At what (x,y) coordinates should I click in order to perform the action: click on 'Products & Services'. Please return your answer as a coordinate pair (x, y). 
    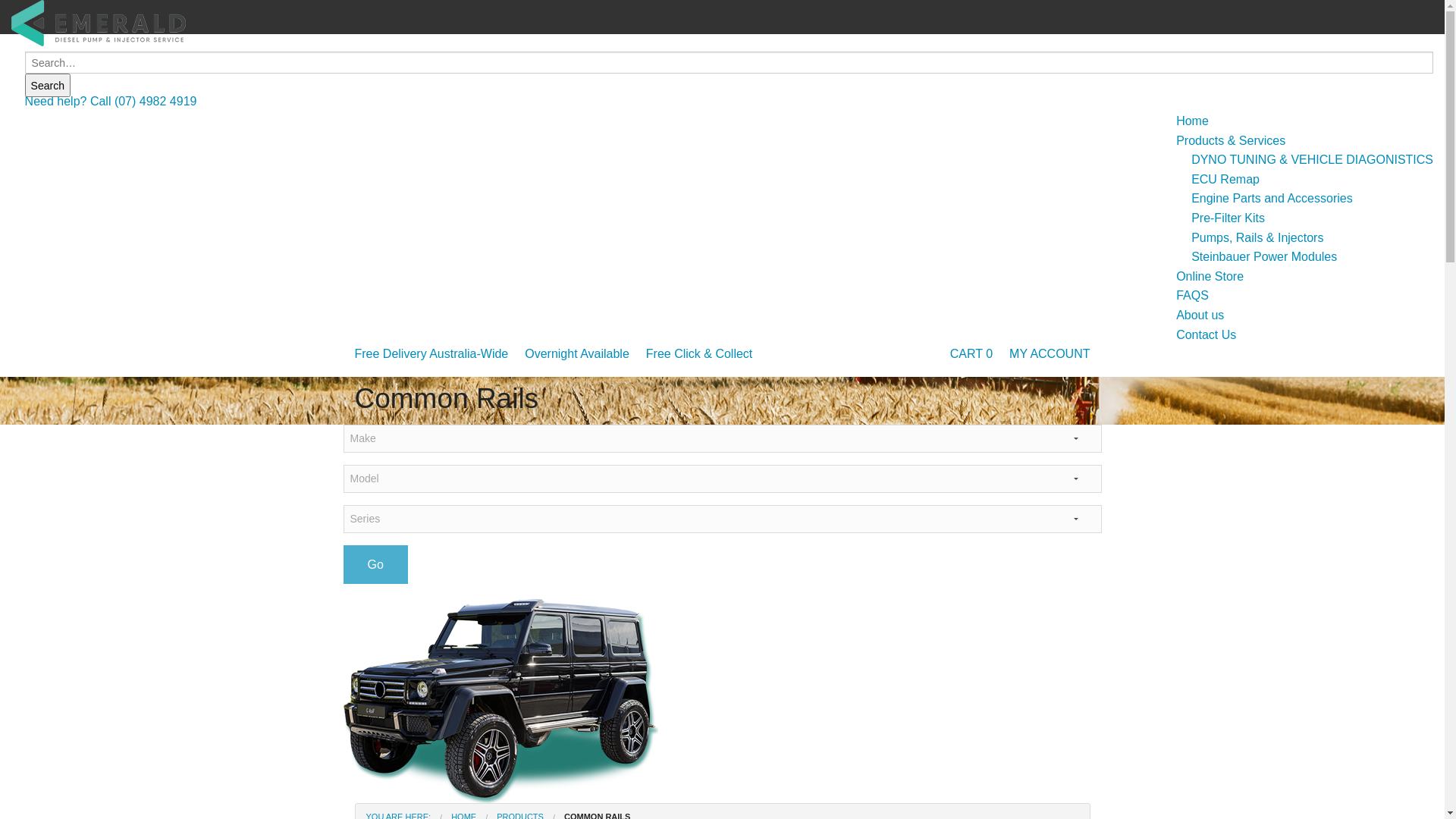
    Looking at the image, I should click on (1230, 140).